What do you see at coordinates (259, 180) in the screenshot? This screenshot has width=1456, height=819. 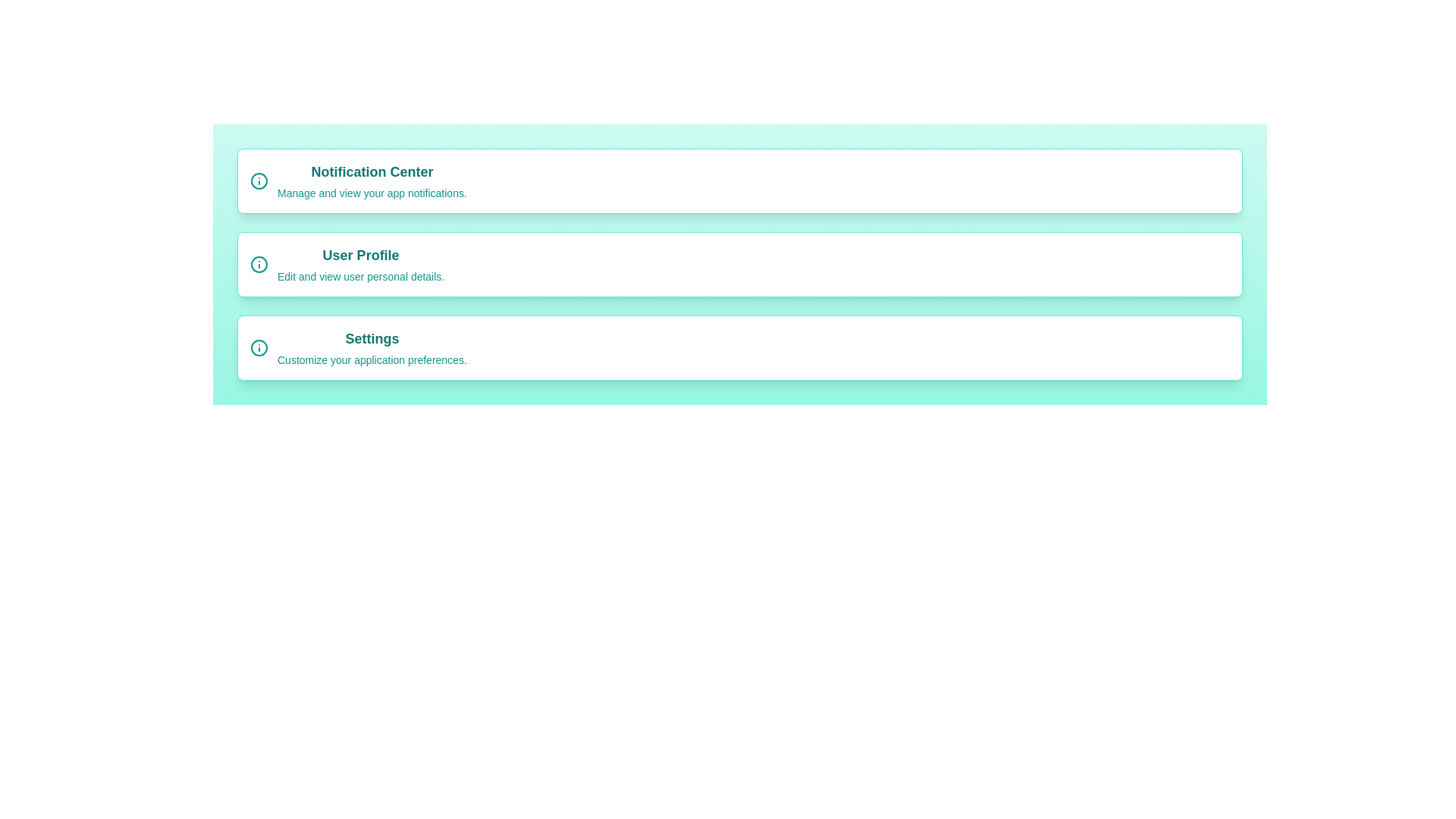 I see `the informational icon located to the left of the 'Notification Center' text in the top card of the list` at bounding box center [259, 180].